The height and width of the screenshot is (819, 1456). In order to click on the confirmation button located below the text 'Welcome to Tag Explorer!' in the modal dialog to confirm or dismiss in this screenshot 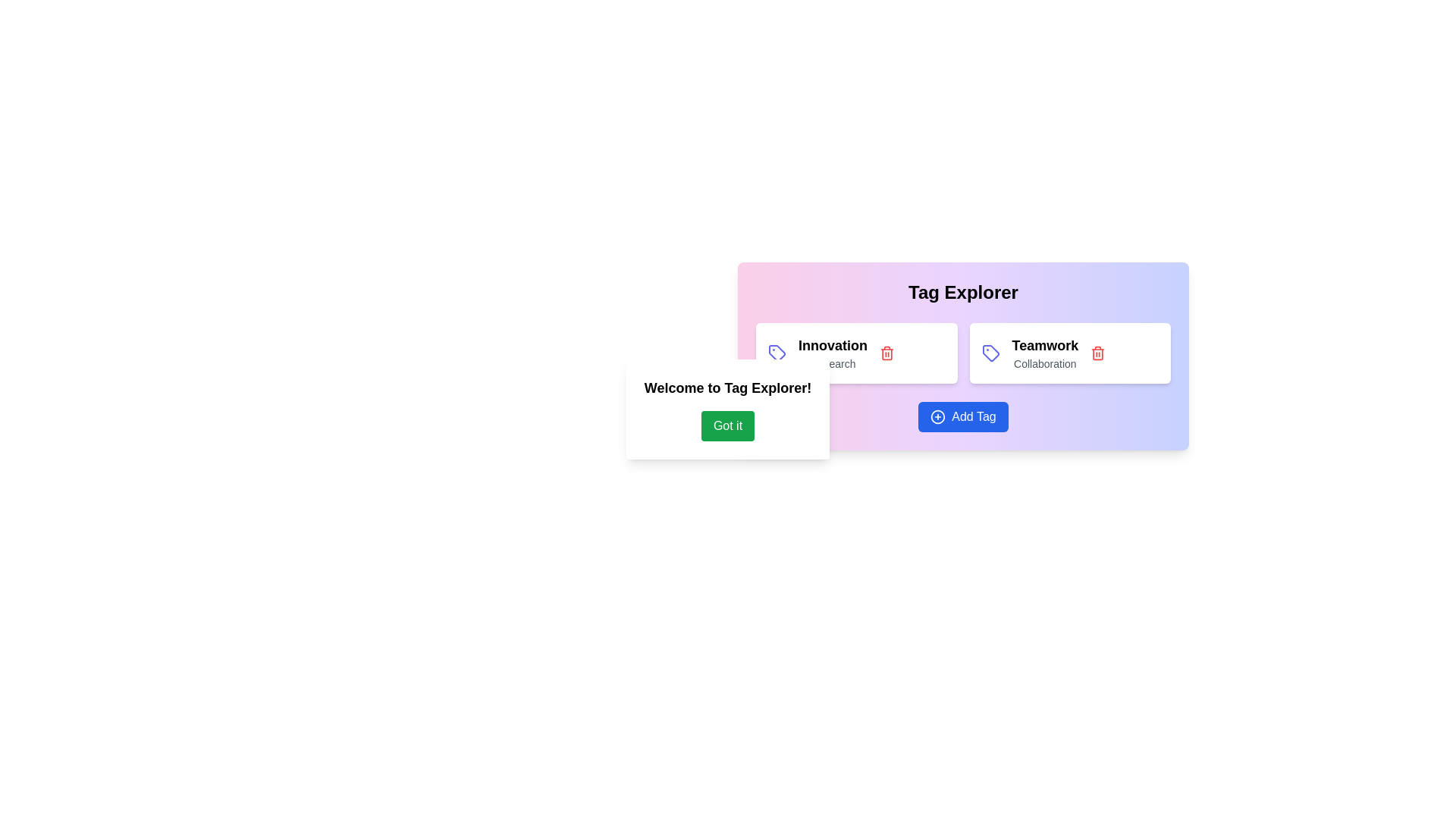, I will do `click(728, 426)`.